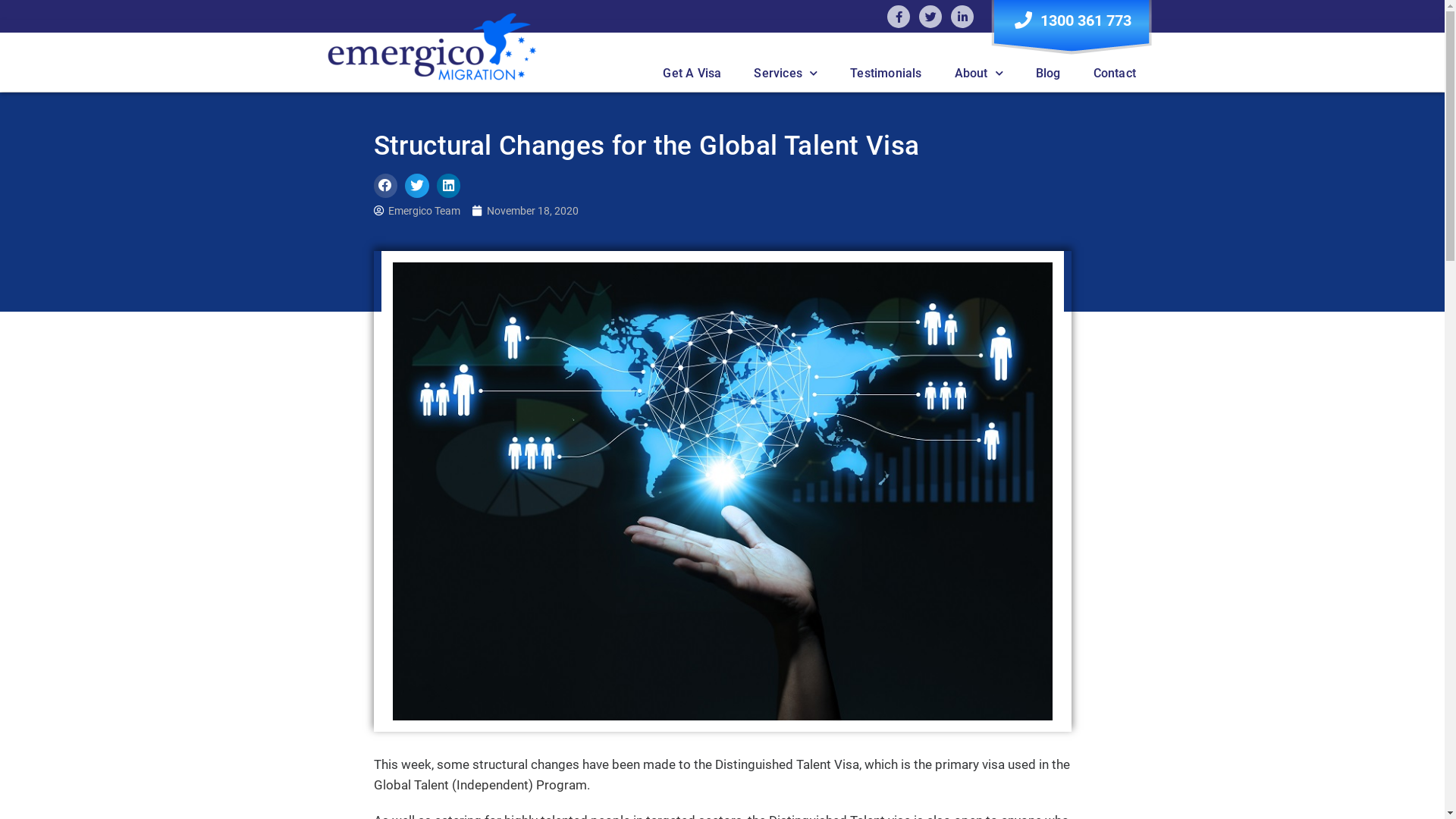  What do you see at coordinates (480, 784) in the screenshot?
I see `'Global Talent (Independent) Program.'` at bounding box center [480, 784].